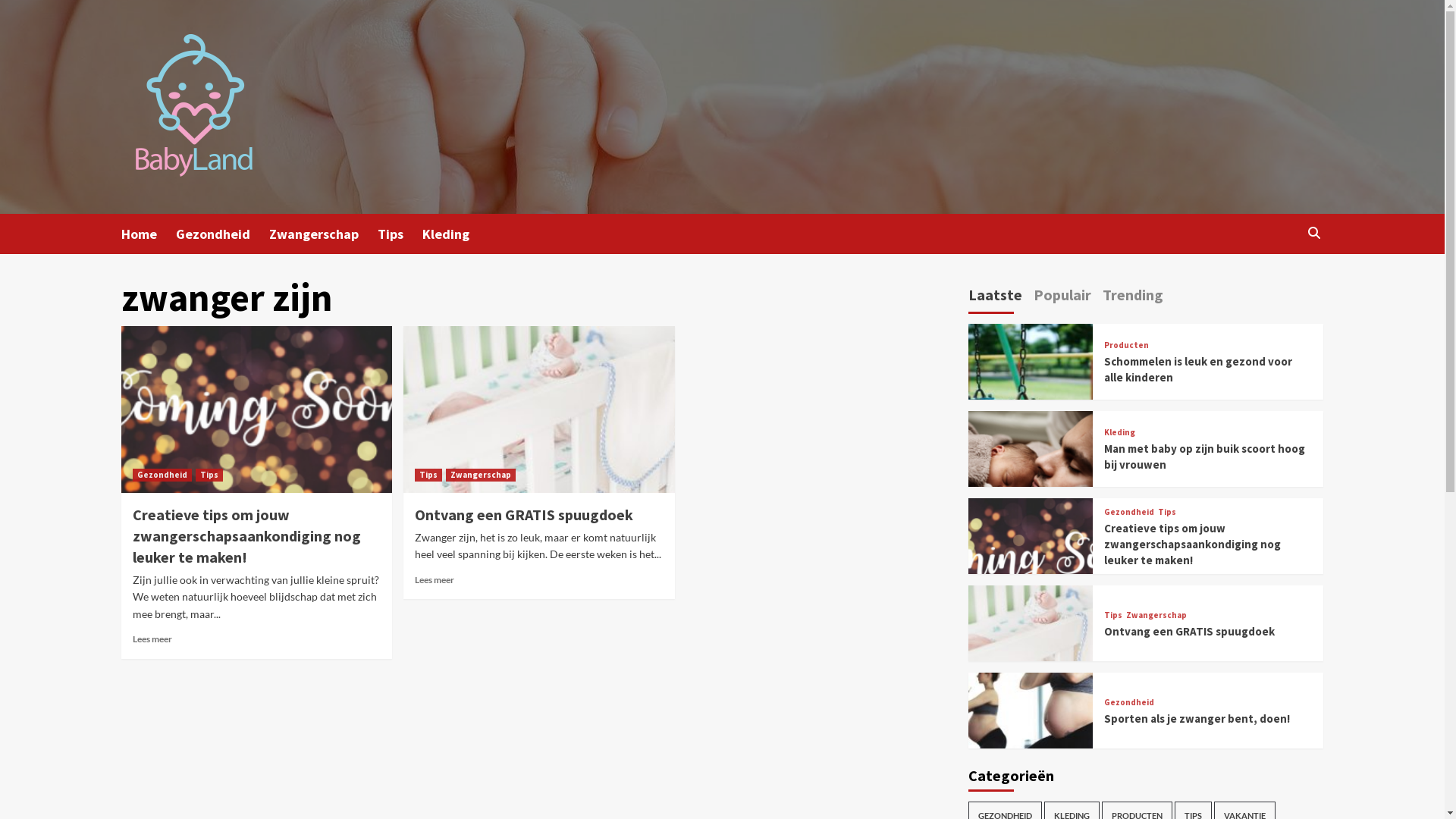 The image size is (1456, 819). I want to click on 'Home', so click(120, 234).